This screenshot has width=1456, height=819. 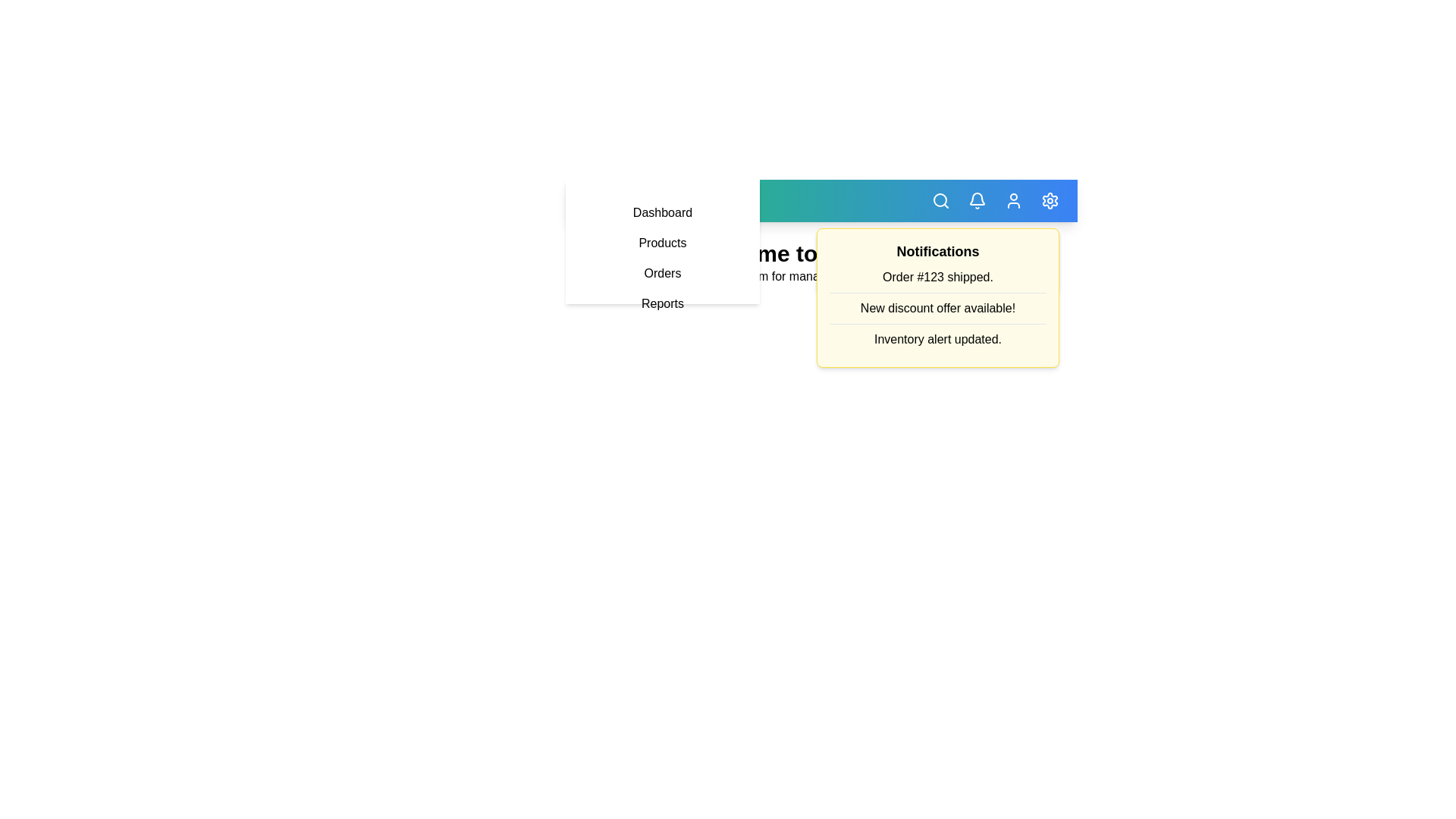 What do you see at coordinates (1014, 200) in the screenshot?
I see `the user silhouette icon located in the header bar, which is styled in blue and positioned to the left of the gear icon` at bounding box center [1014, 200].